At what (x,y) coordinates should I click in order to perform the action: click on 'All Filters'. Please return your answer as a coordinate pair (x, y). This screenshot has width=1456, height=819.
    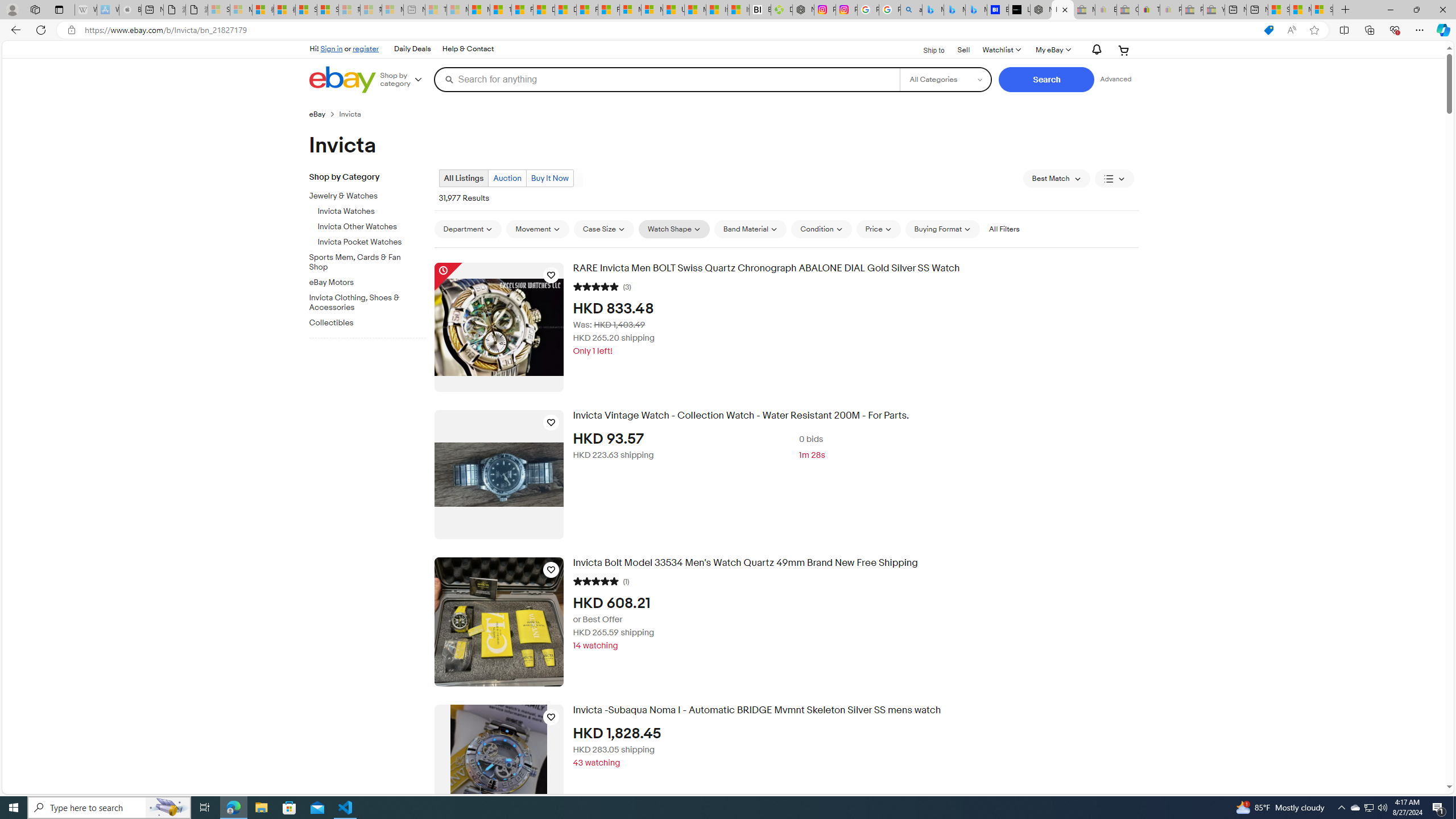
    Looking at the image, I should click on (1004, 229).